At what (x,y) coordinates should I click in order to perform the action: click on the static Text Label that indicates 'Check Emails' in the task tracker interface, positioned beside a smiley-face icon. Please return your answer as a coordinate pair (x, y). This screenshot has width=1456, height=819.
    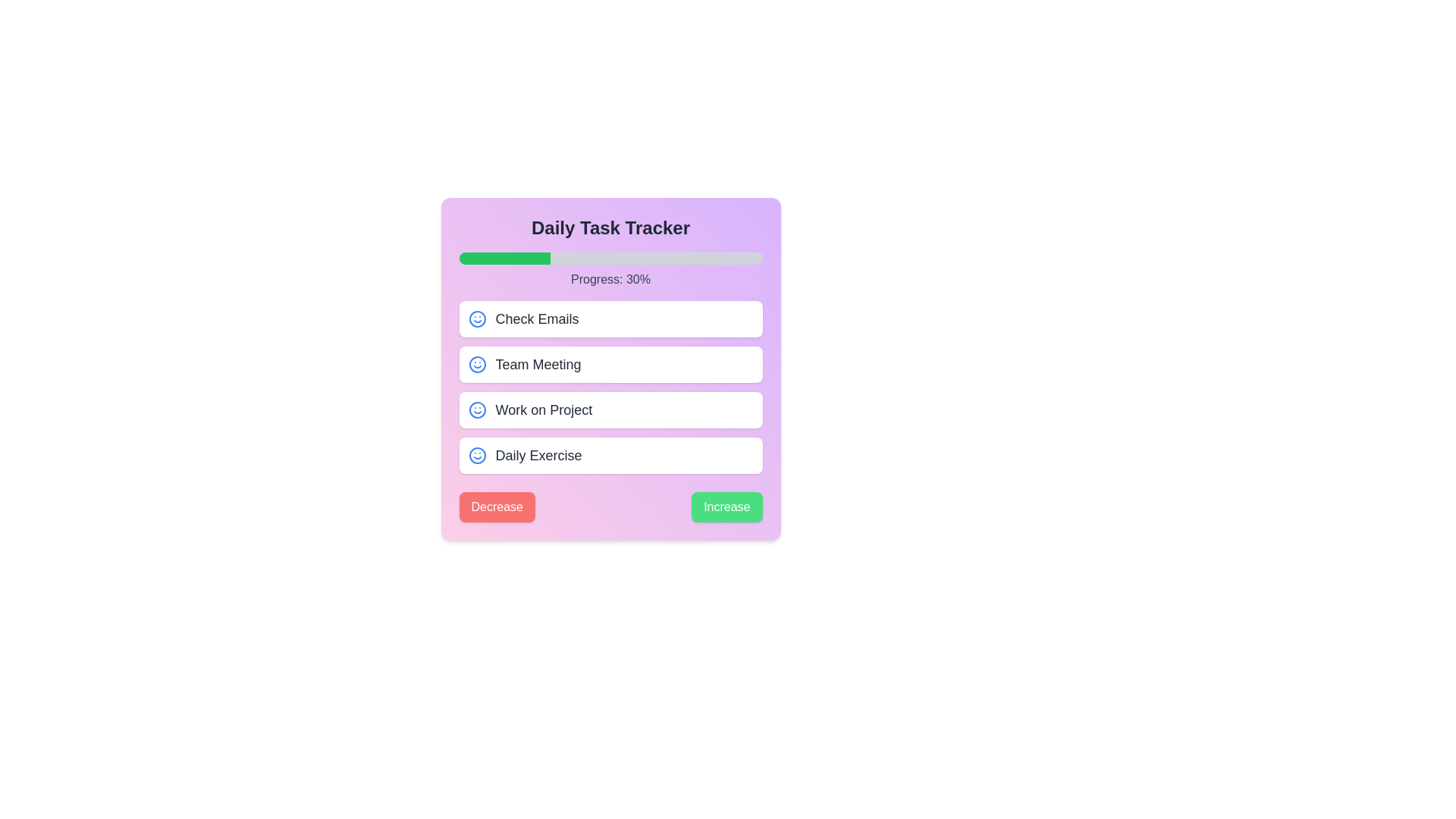
    Looking at the image, I should click on (537, 318).